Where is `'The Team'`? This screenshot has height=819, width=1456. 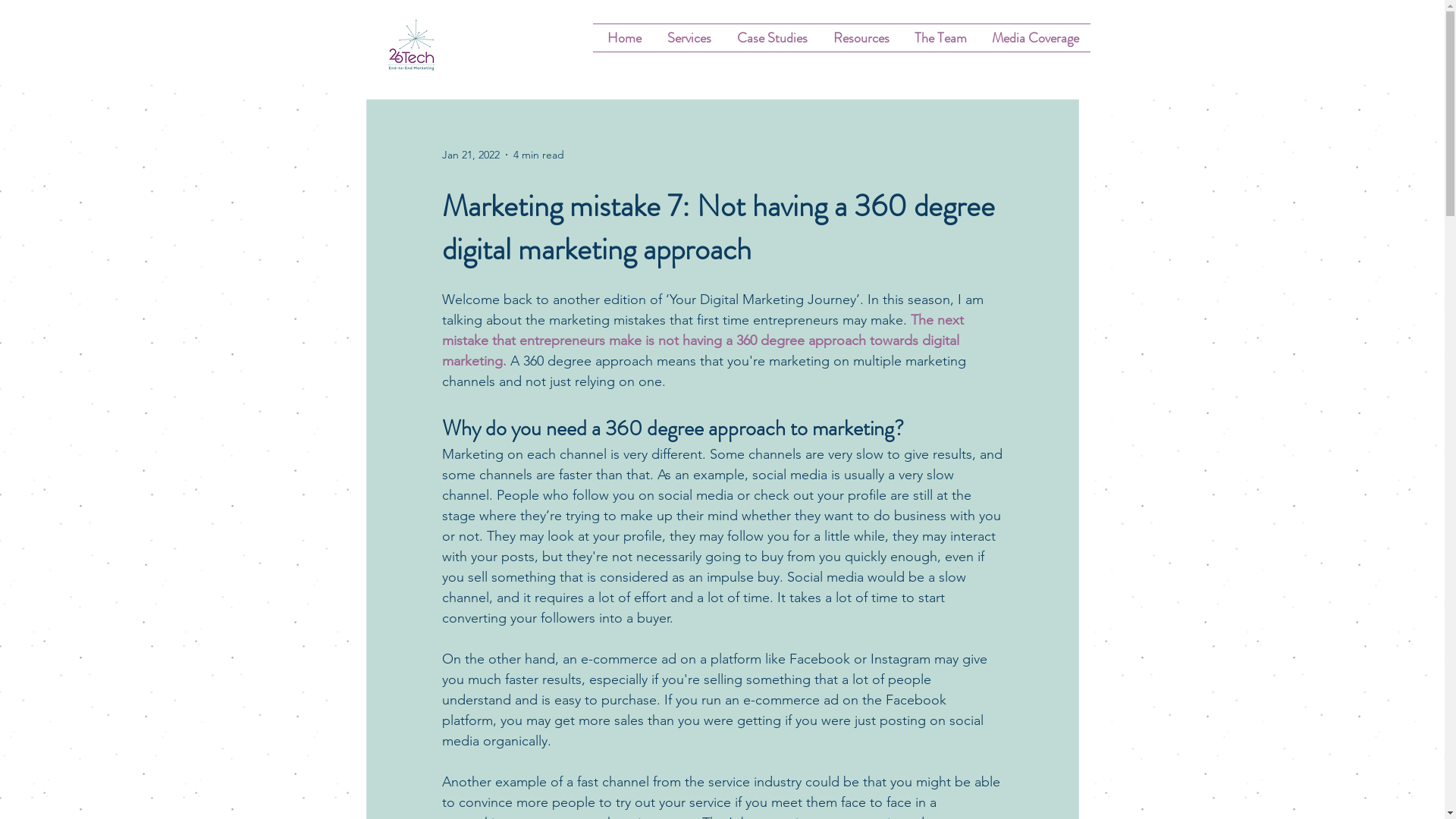
'The Team' is located at coordinates (901, 37).